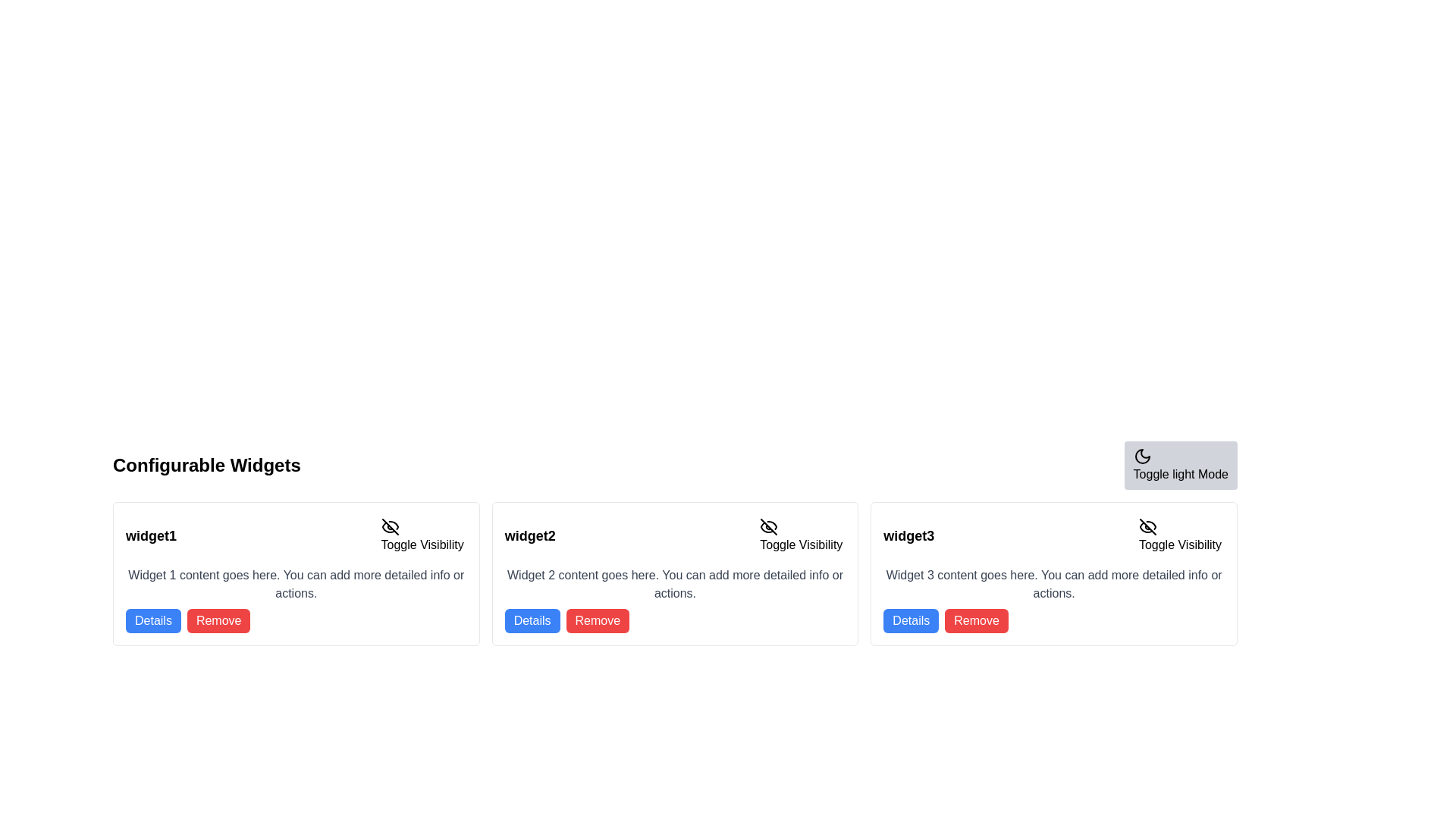 The width and height of the screenshot is (1456, 819). Describe the element at coordinates (910, 620) in the screenshot. I see `the 'Details' button located at the bottom of the 'widget3' card` at that location.